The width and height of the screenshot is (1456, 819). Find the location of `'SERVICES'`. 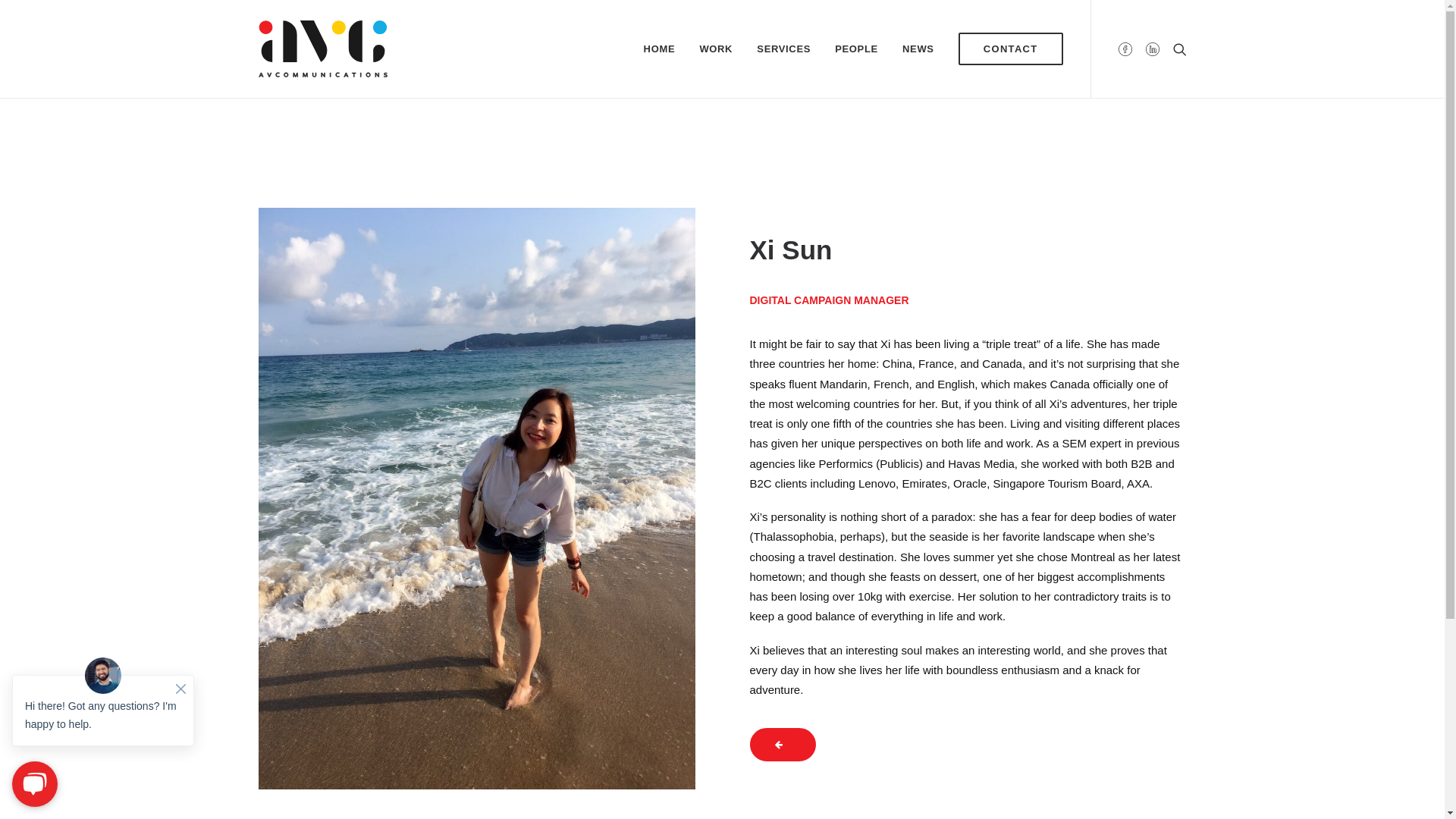

'SERVICES' is located at coordinates (783, 48).